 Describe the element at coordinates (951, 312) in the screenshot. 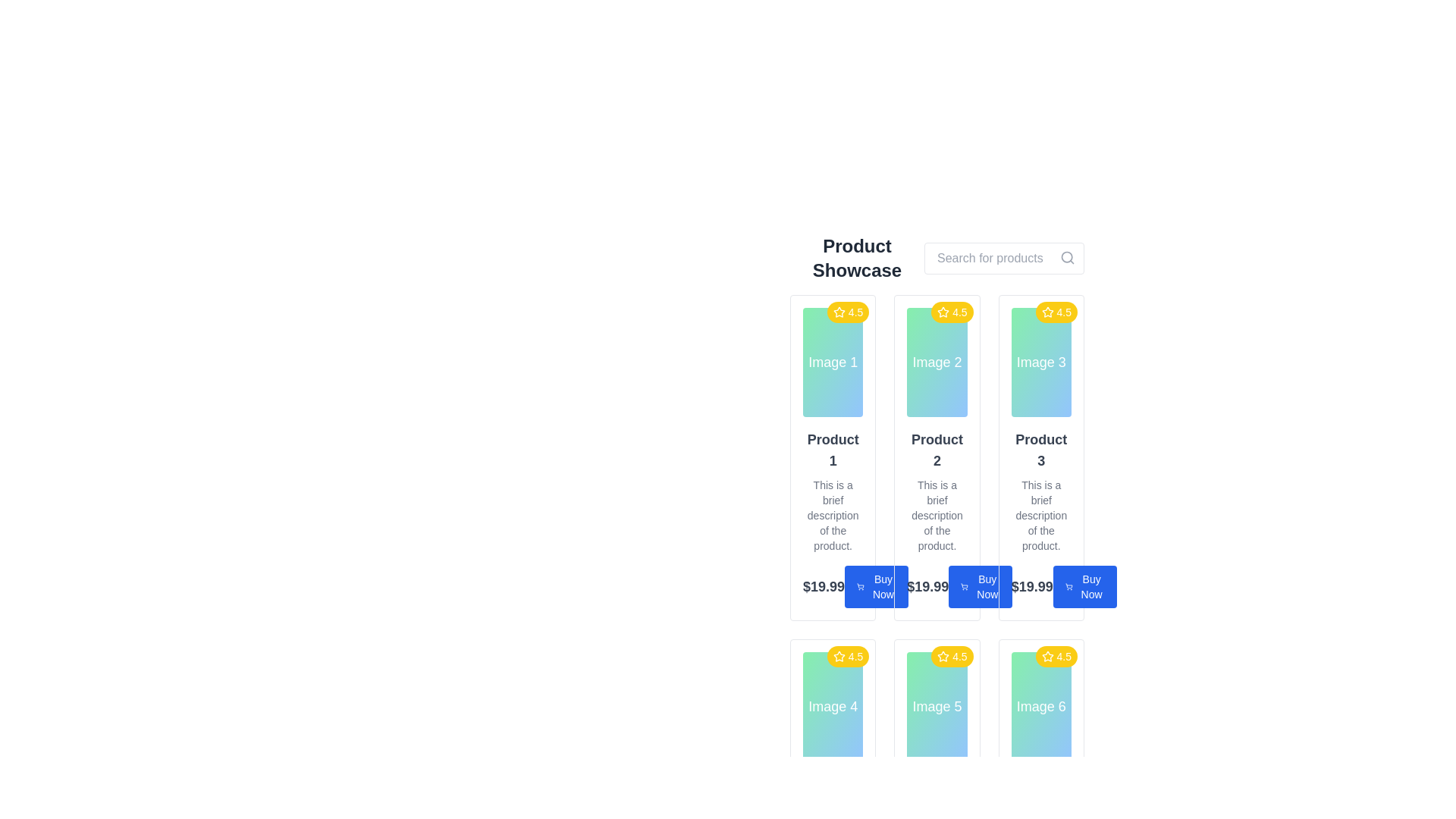

I see `the Rating indicator badge located in the top-right corner of the card for 'Product 2' in the second column of the product listing grid, positioned above the product image and title` at that location.